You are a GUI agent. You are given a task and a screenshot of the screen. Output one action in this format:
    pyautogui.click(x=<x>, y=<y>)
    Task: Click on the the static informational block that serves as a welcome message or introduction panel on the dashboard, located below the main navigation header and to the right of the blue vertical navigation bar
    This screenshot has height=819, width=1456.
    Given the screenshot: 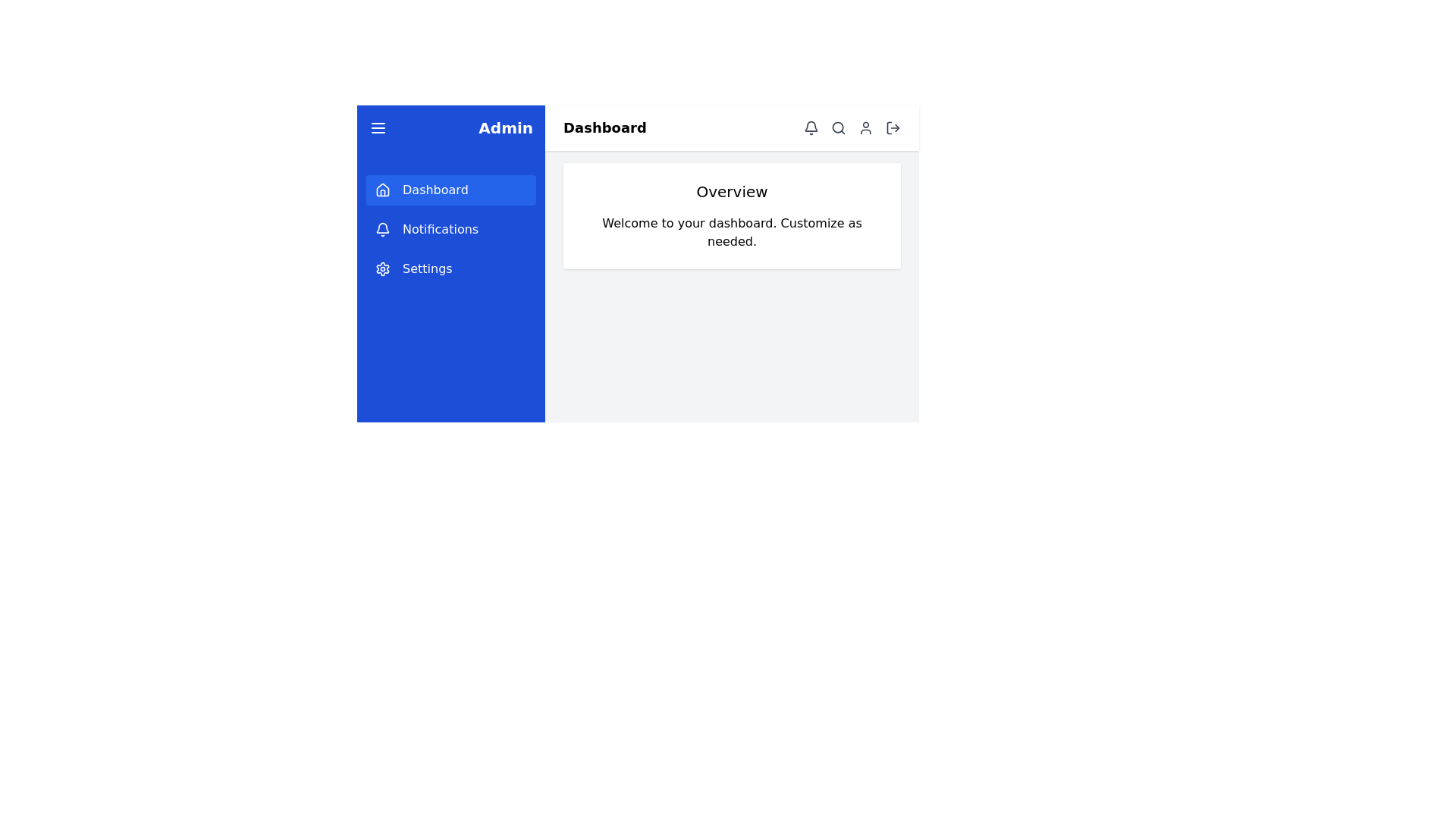 What is the action you would take?
    pyautogui.click(x=732, y=216)
    